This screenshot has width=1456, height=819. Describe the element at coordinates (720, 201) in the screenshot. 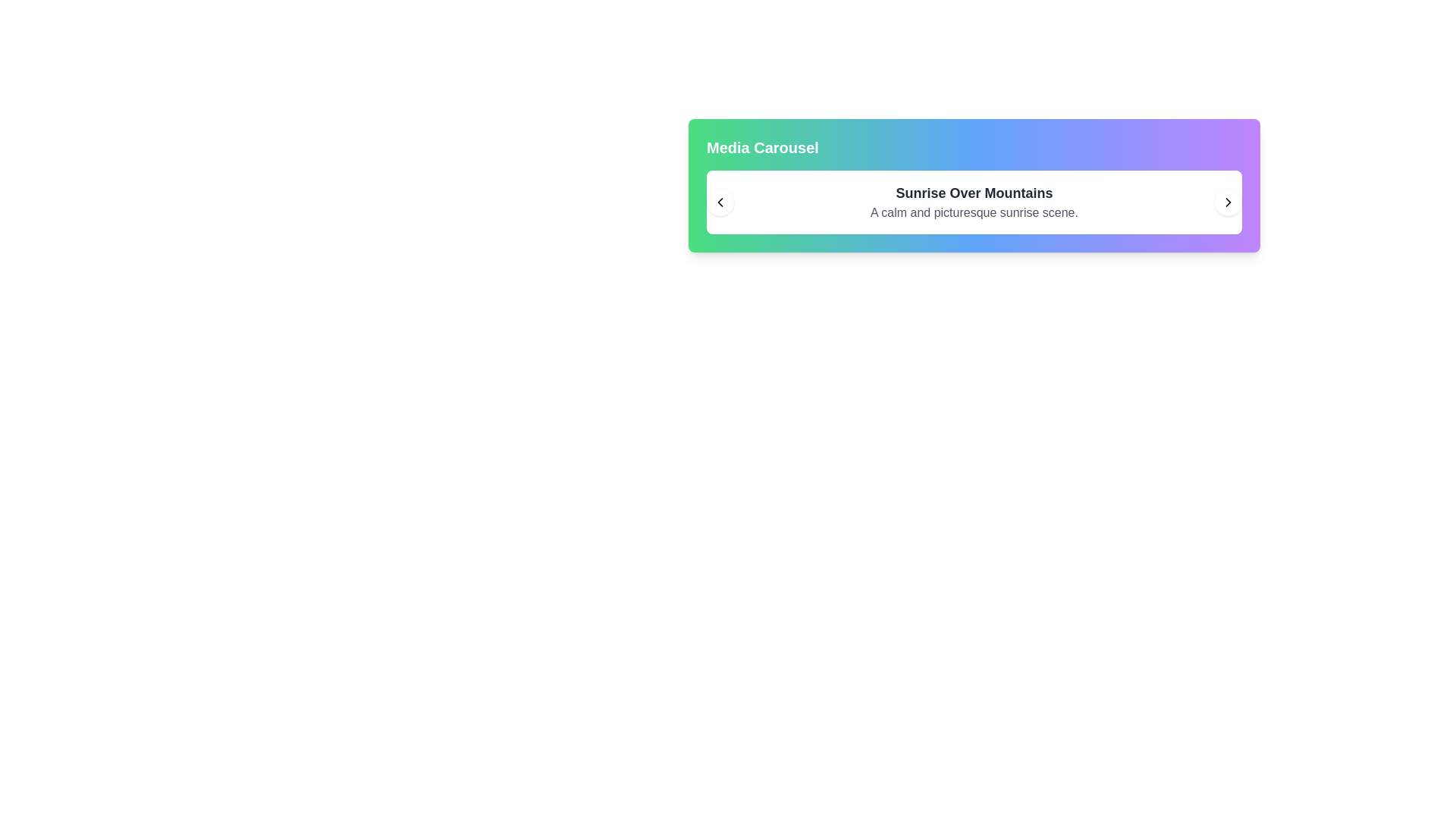

I see `the left-facing chevron icon located at the far left of the card interface, adjacent to the text 'Sunrise Over Mountains'` at that location.